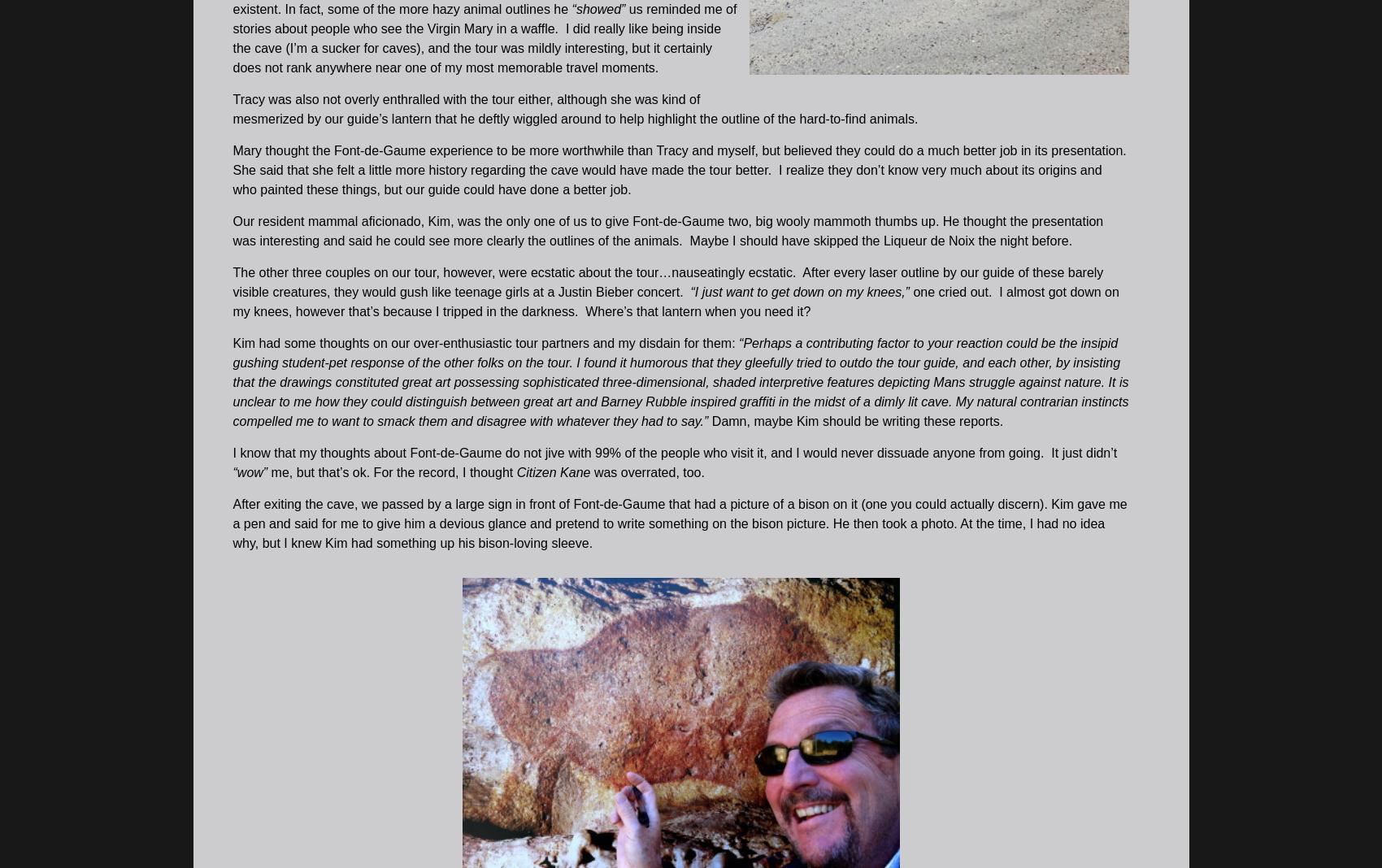 This screenshot has width=1382, height=868. What do you see at coordinates (232, 280) in the screenshot?
I see `'The other three couples on our tour, however, were ecstatic about the tour…nauseatingly ecstatic.  After every laser outline by our guide of these barely visible creatures, they would gush like teenage girls at a Justin Bieber concert.'` at bounding box center [232, 280].